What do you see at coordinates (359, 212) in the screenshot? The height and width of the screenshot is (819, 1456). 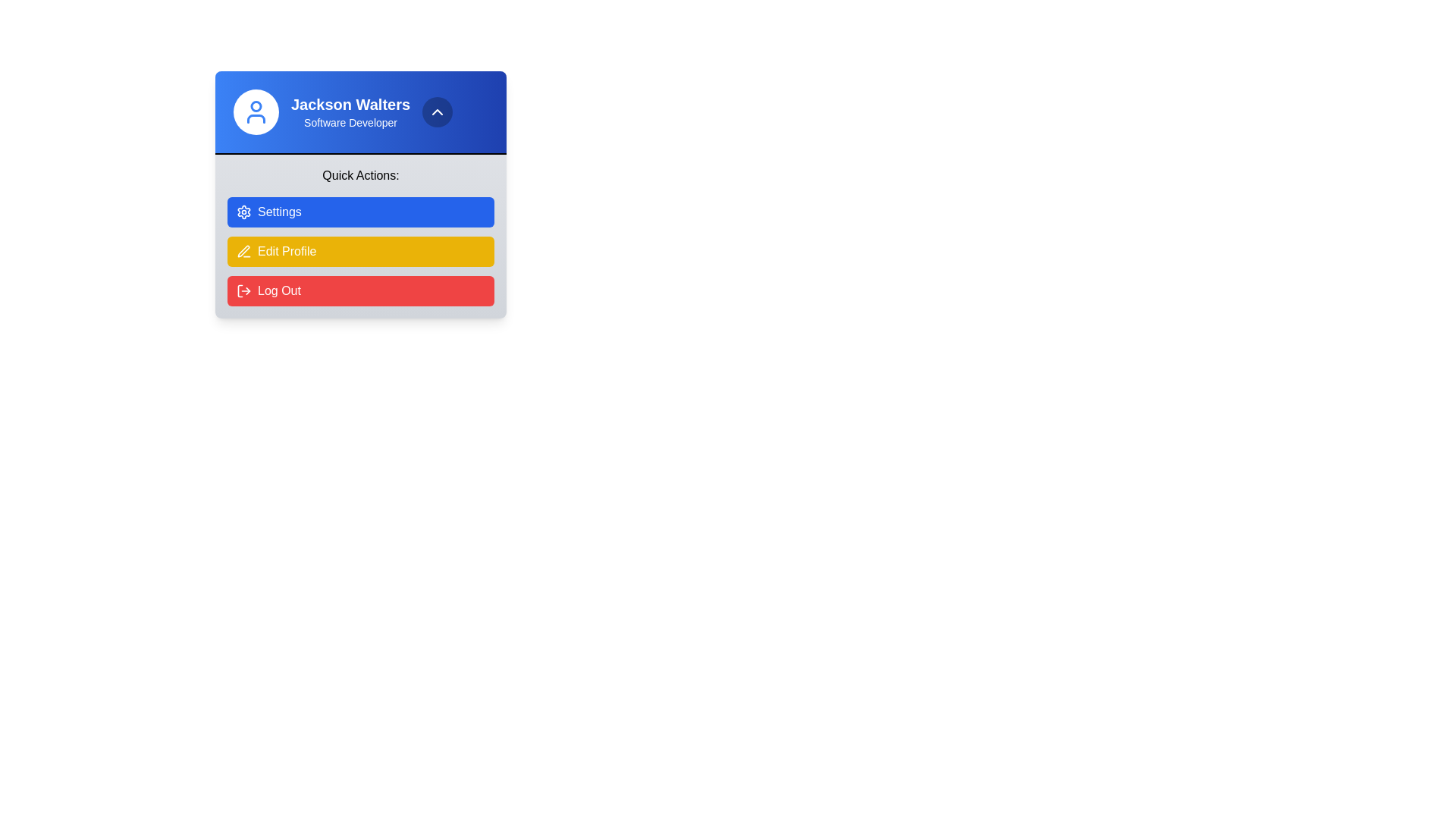 I see `the first button in the 'Quick Actions' section` at bounding box center [359, 212].